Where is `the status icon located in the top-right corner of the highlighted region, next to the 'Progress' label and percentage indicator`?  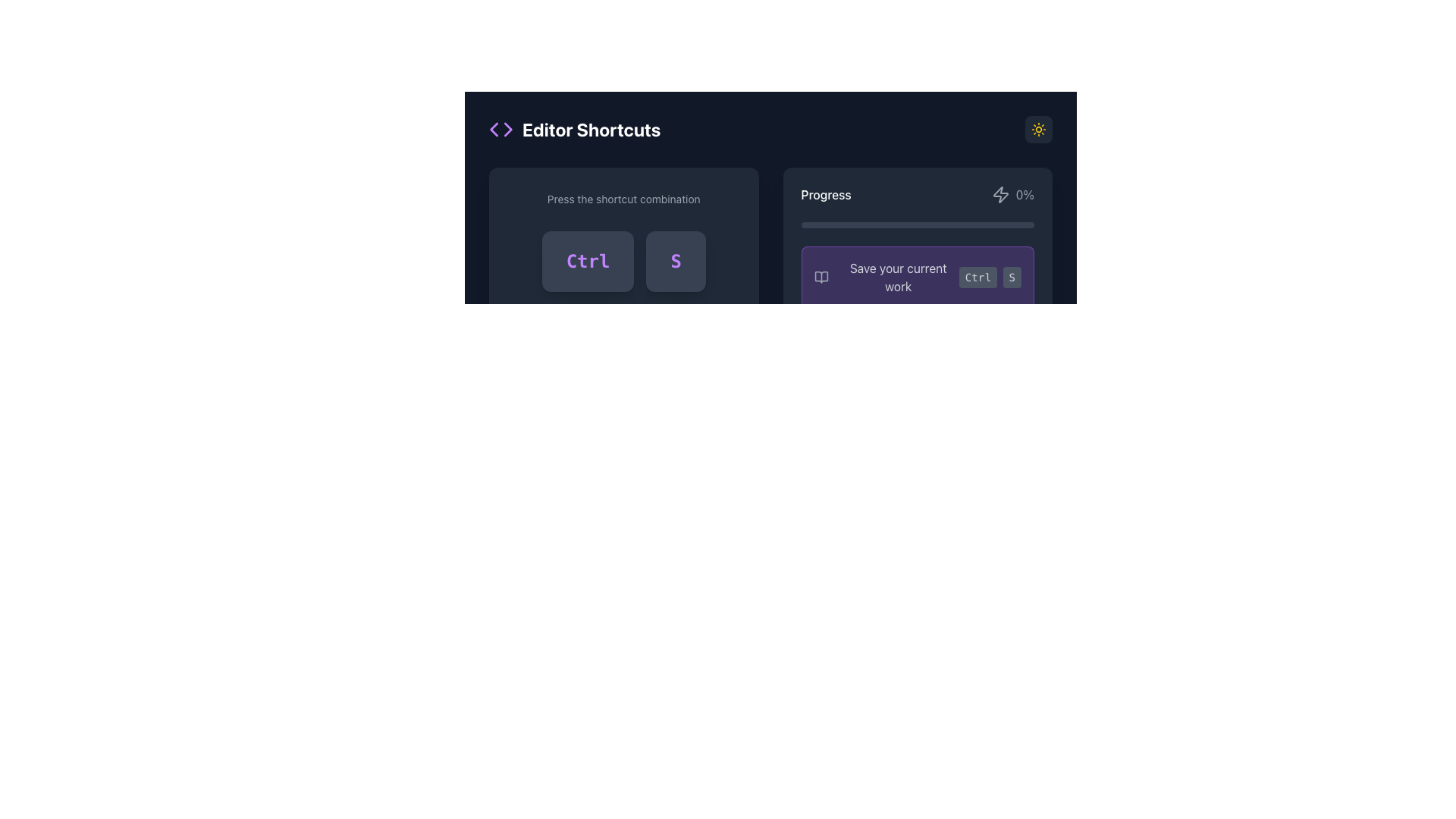 the status icon located in the top-right corner of the highlighted region, next to the 'Progress' label and percentage indicator is located at coordinates (1000, 194).